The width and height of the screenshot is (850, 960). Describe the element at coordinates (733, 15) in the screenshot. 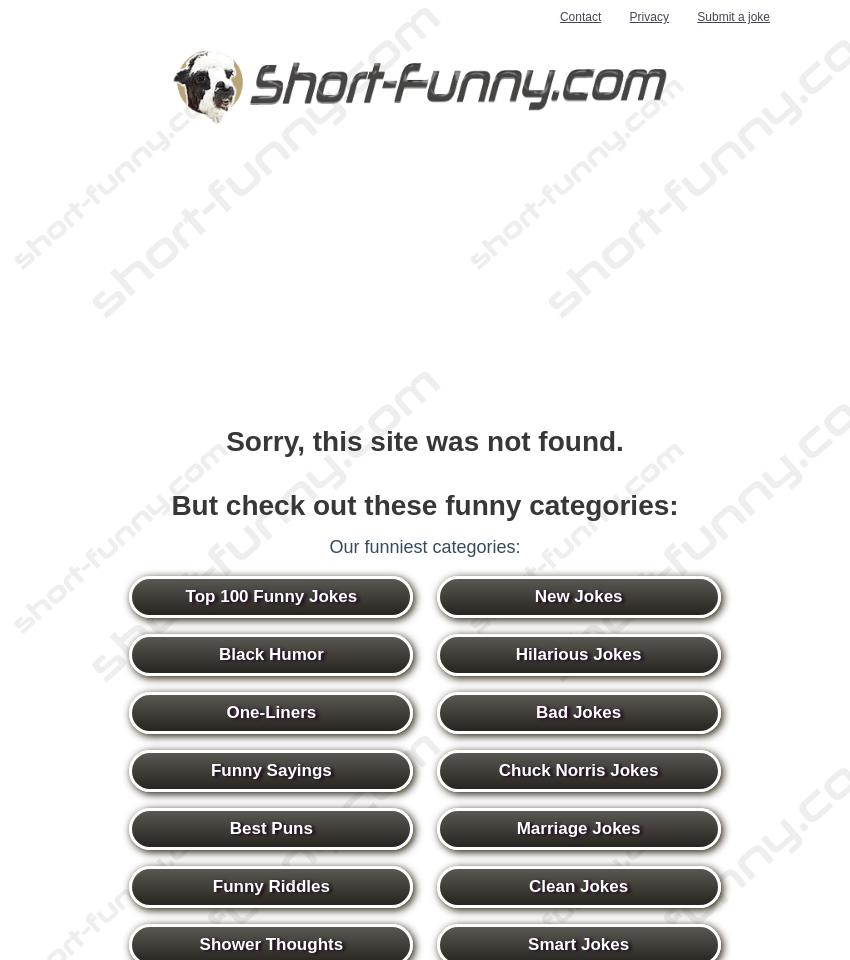

I see `'Submit a joke'` at that location.